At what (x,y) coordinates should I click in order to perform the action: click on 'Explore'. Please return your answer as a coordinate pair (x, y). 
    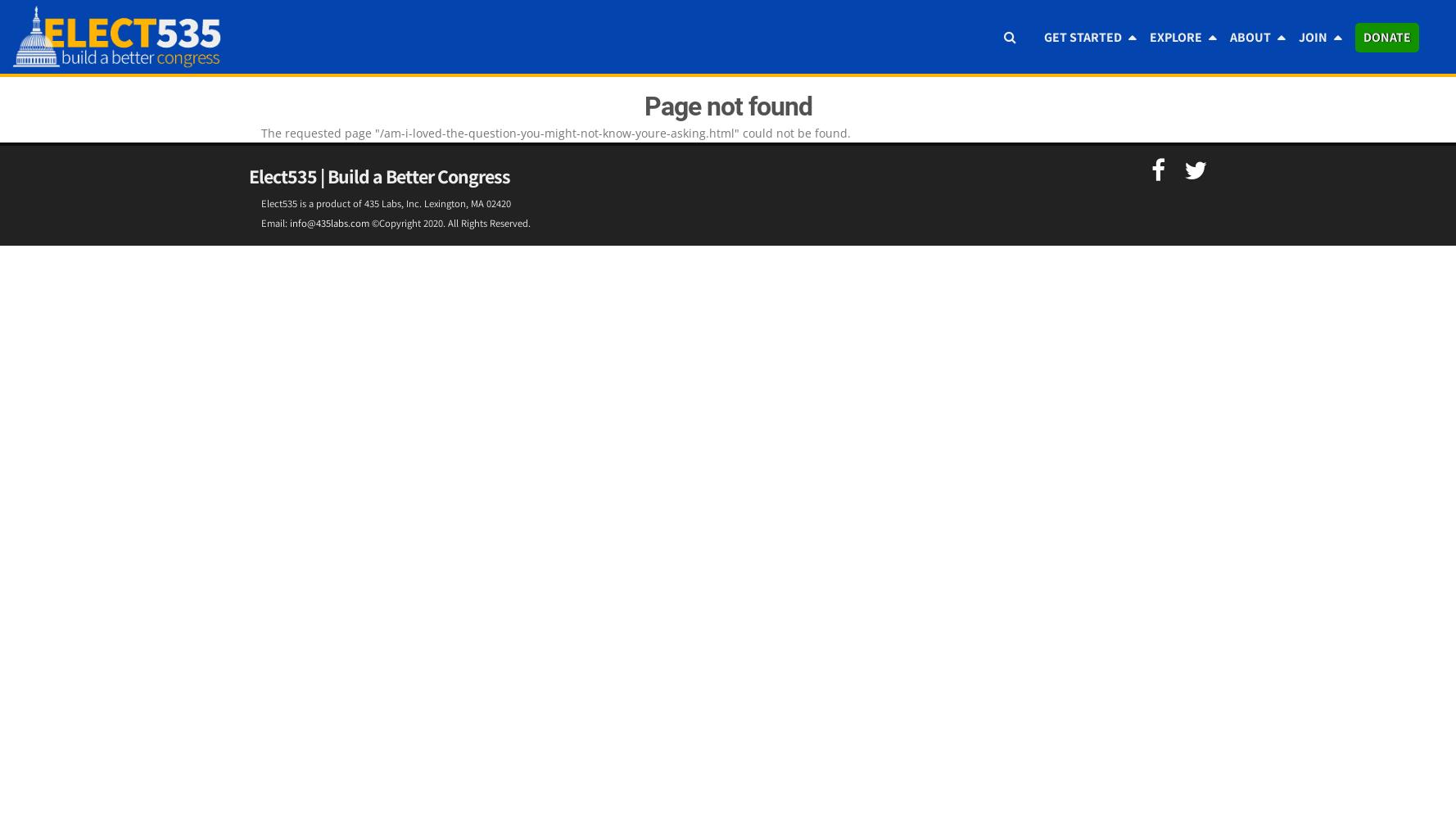
    Looking at the image, I should click on (1175, 37).